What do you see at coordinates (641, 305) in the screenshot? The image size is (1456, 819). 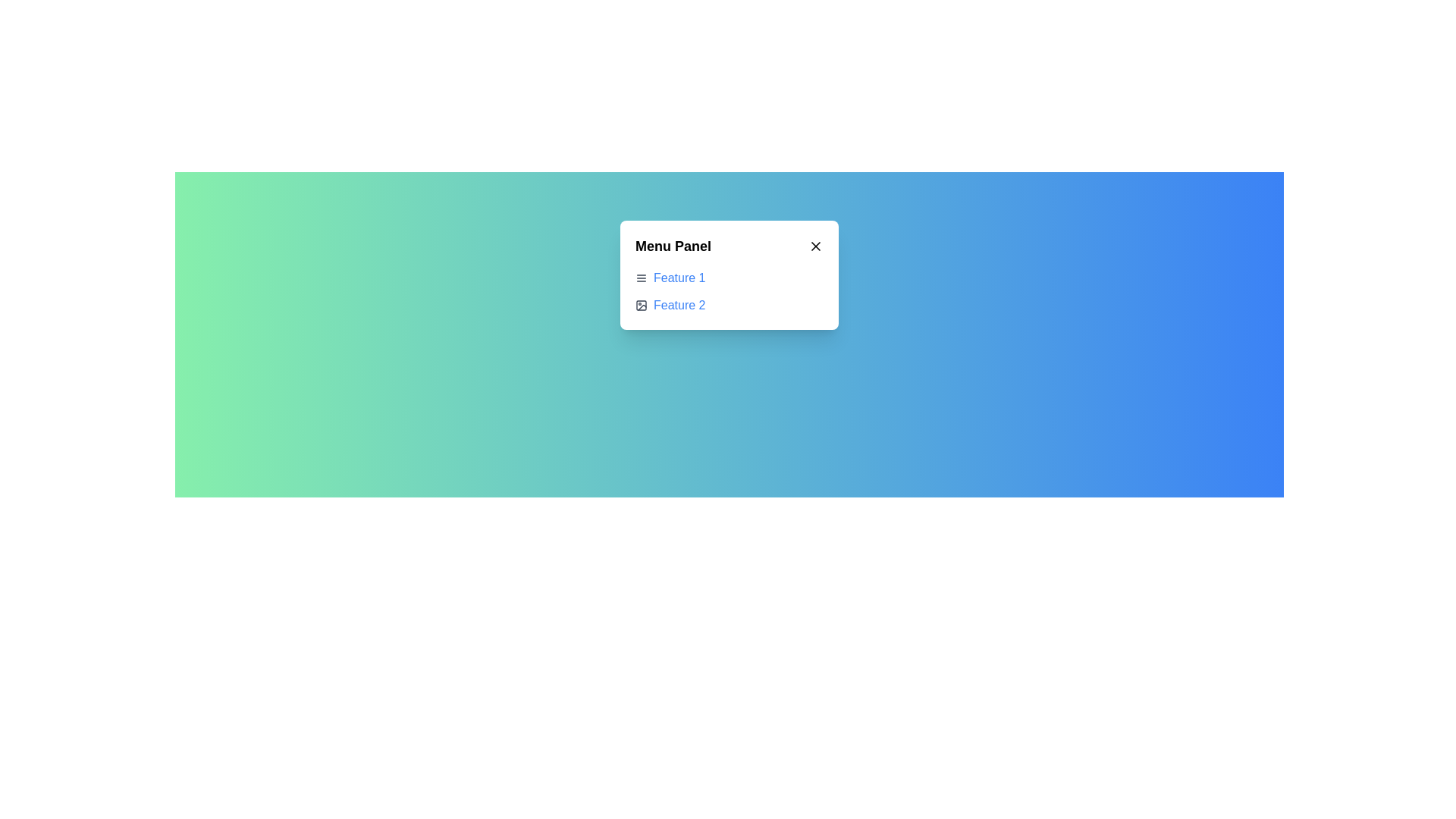 I see `the small dark gray icon resembling a photo placeholder located to the left of the text 'Feature 2' in the menu panel to interact with it` at bounding box center [641, 305].